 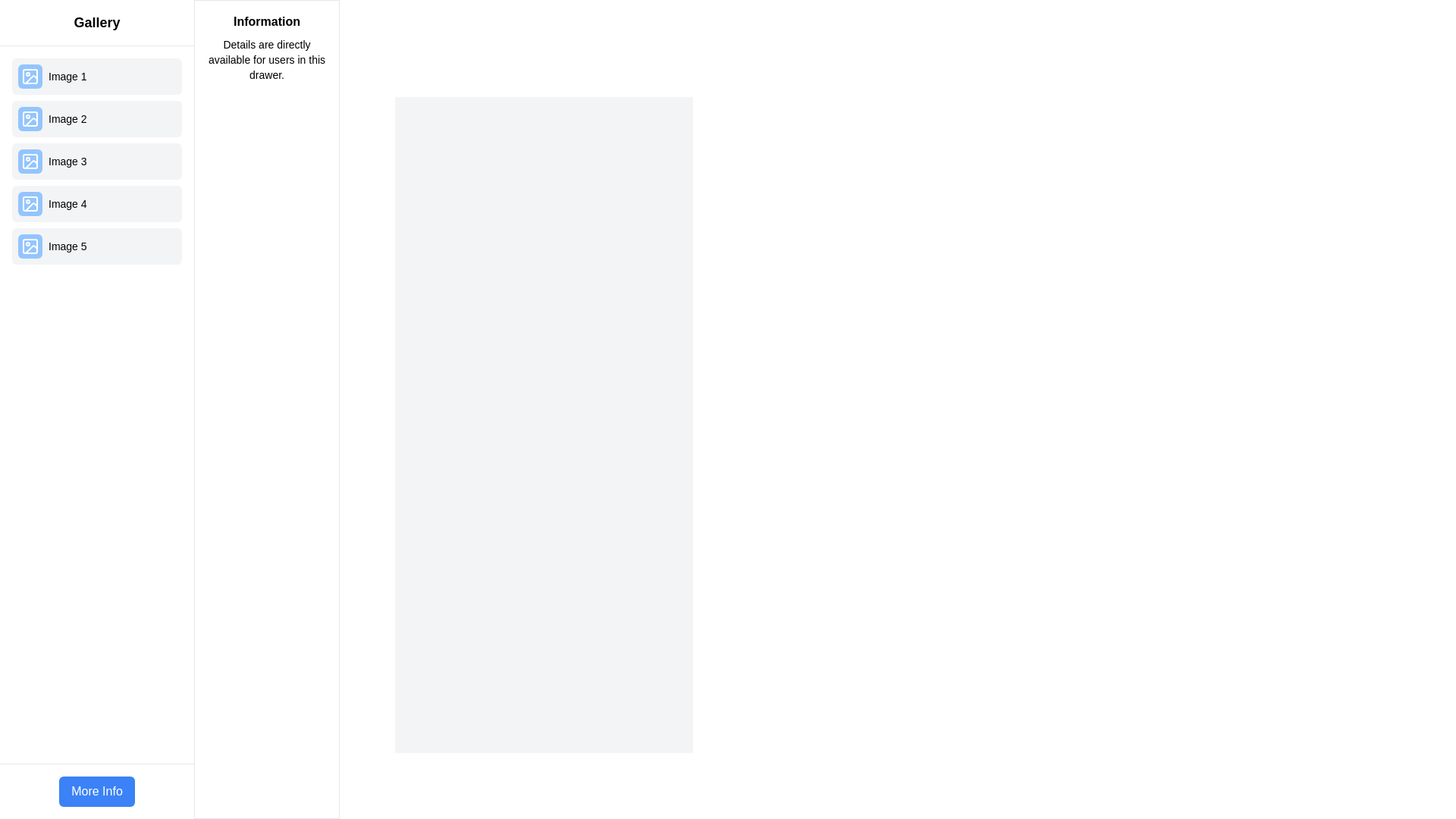 What do you see at coordinates (30, 203) in the screenshot?
I see `the blue rounded square icon with a white image symbol located` at bounding box center [30, 203].